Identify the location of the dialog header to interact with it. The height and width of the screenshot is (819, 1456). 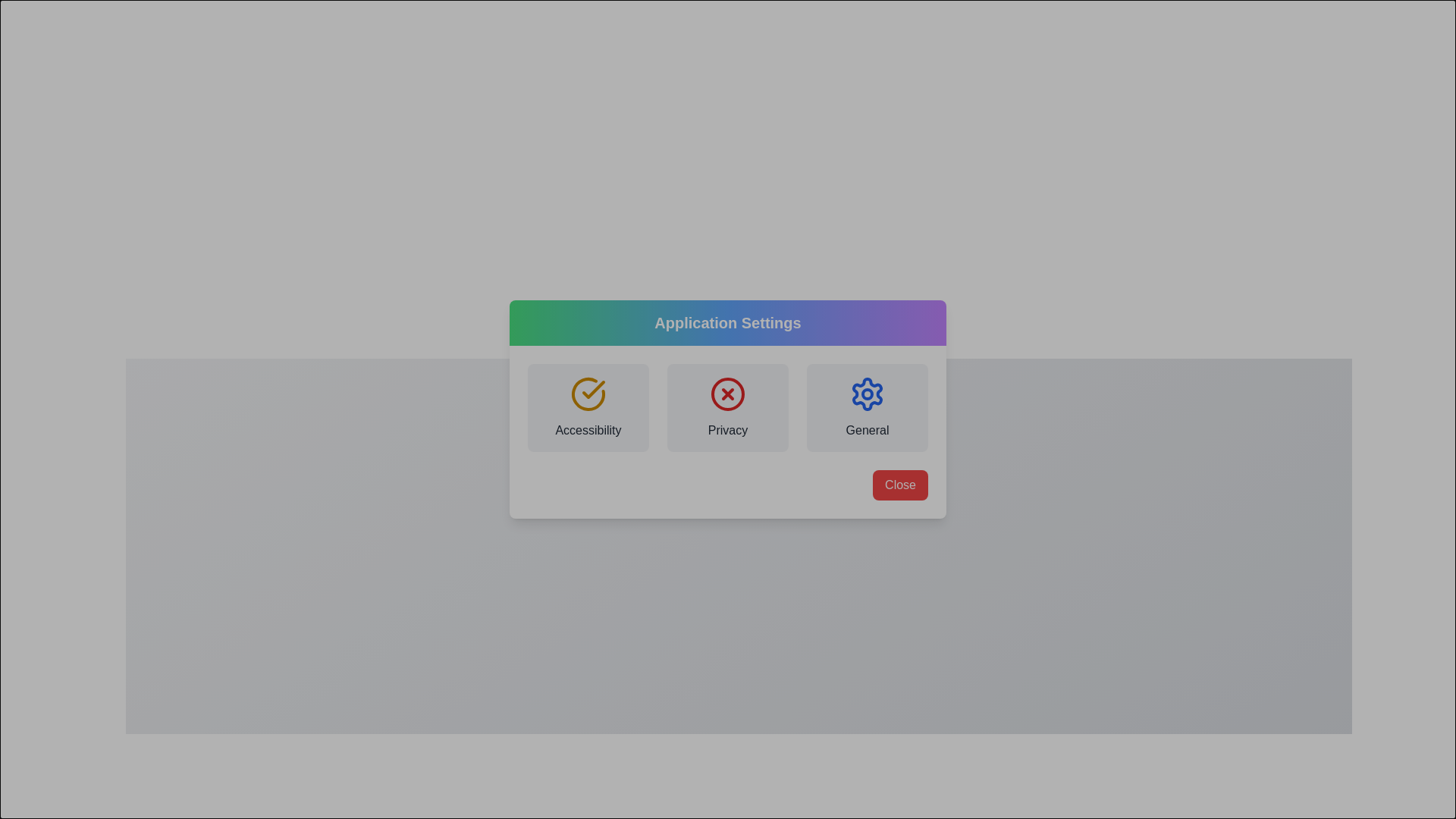
(739, 339).